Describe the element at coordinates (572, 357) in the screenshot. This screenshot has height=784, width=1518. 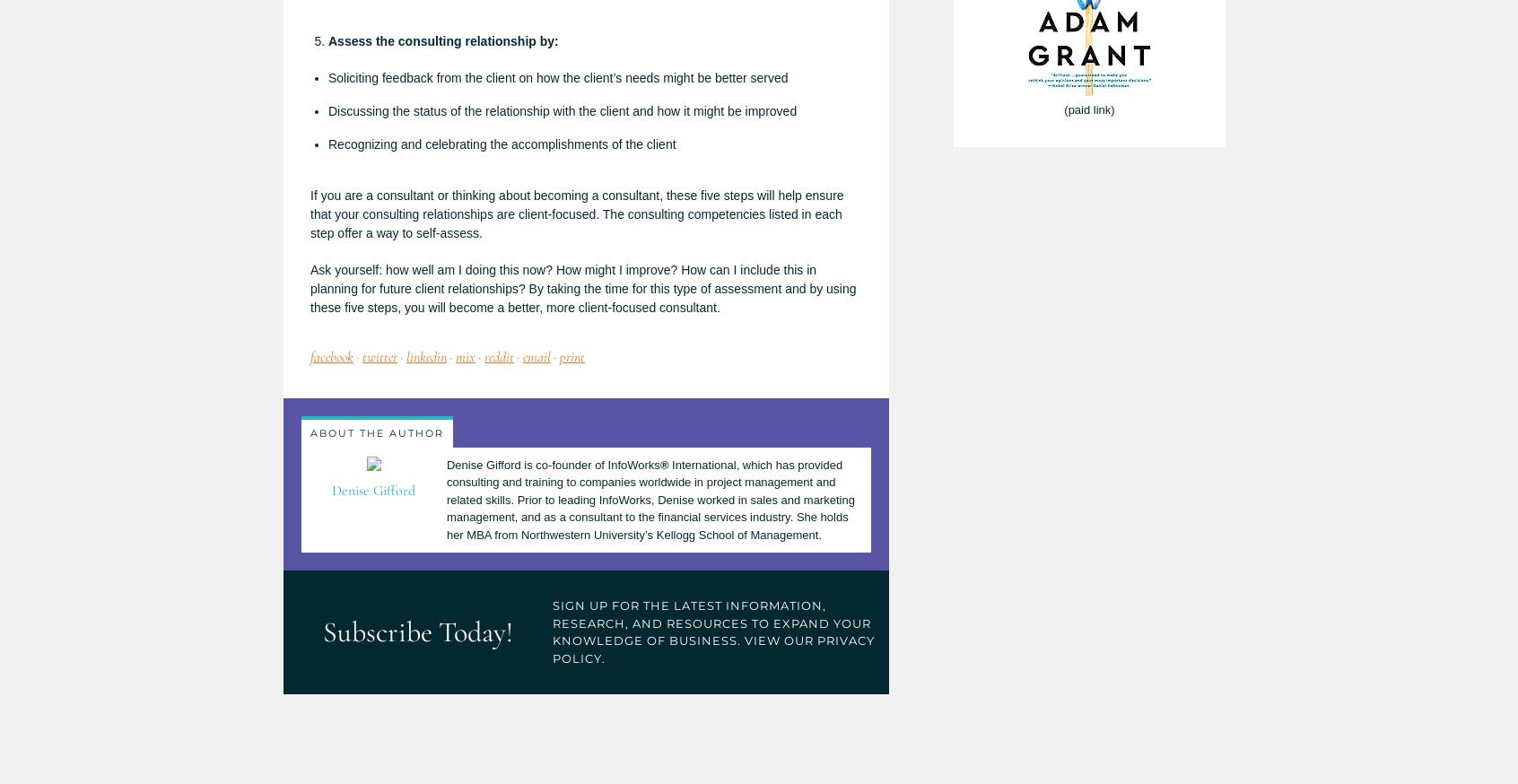
I see `'print'` at that location.